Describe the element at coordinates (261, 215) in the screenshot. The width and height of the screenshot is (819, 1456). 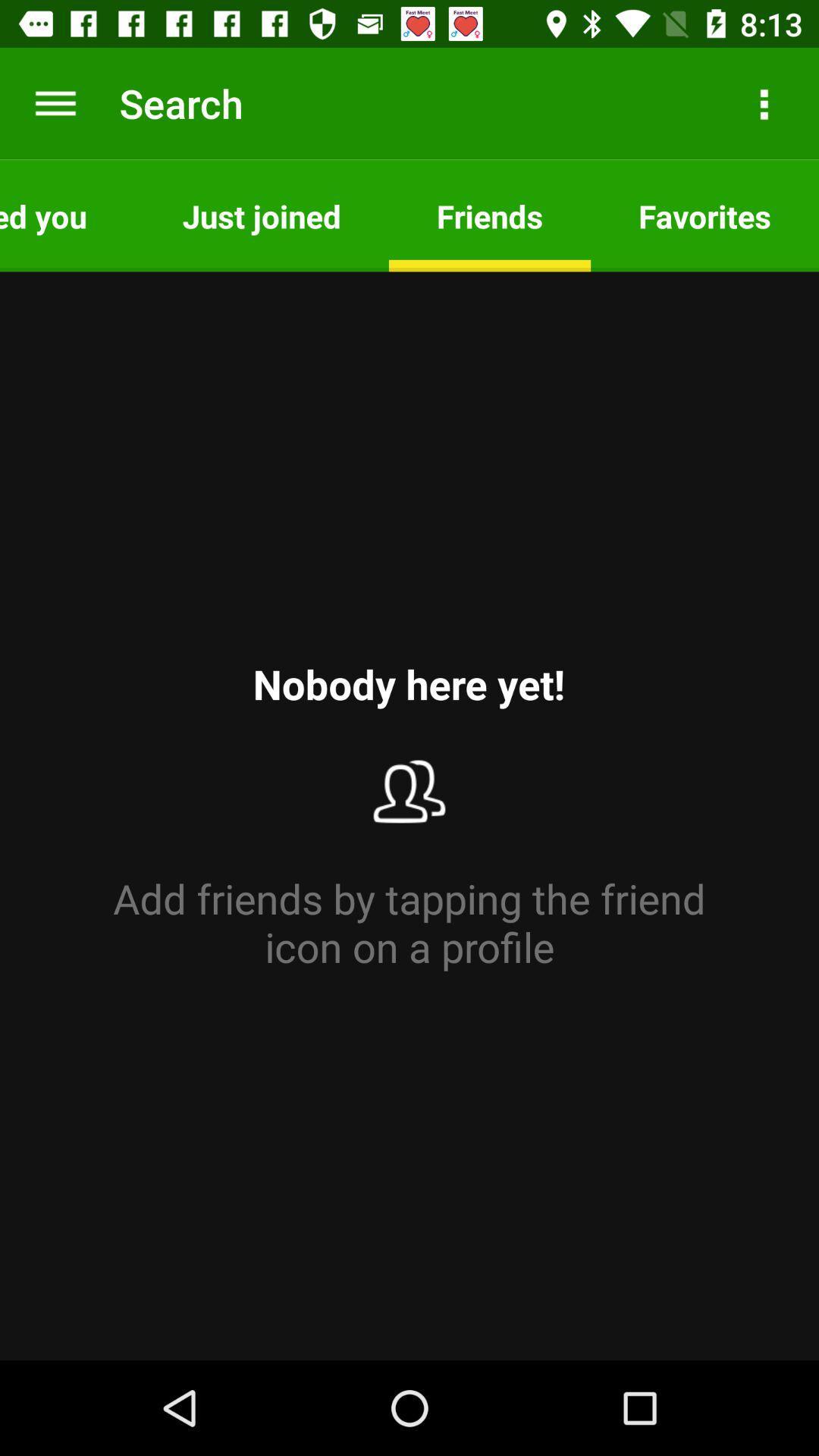
I see `item next to the liked you icon` at that location.